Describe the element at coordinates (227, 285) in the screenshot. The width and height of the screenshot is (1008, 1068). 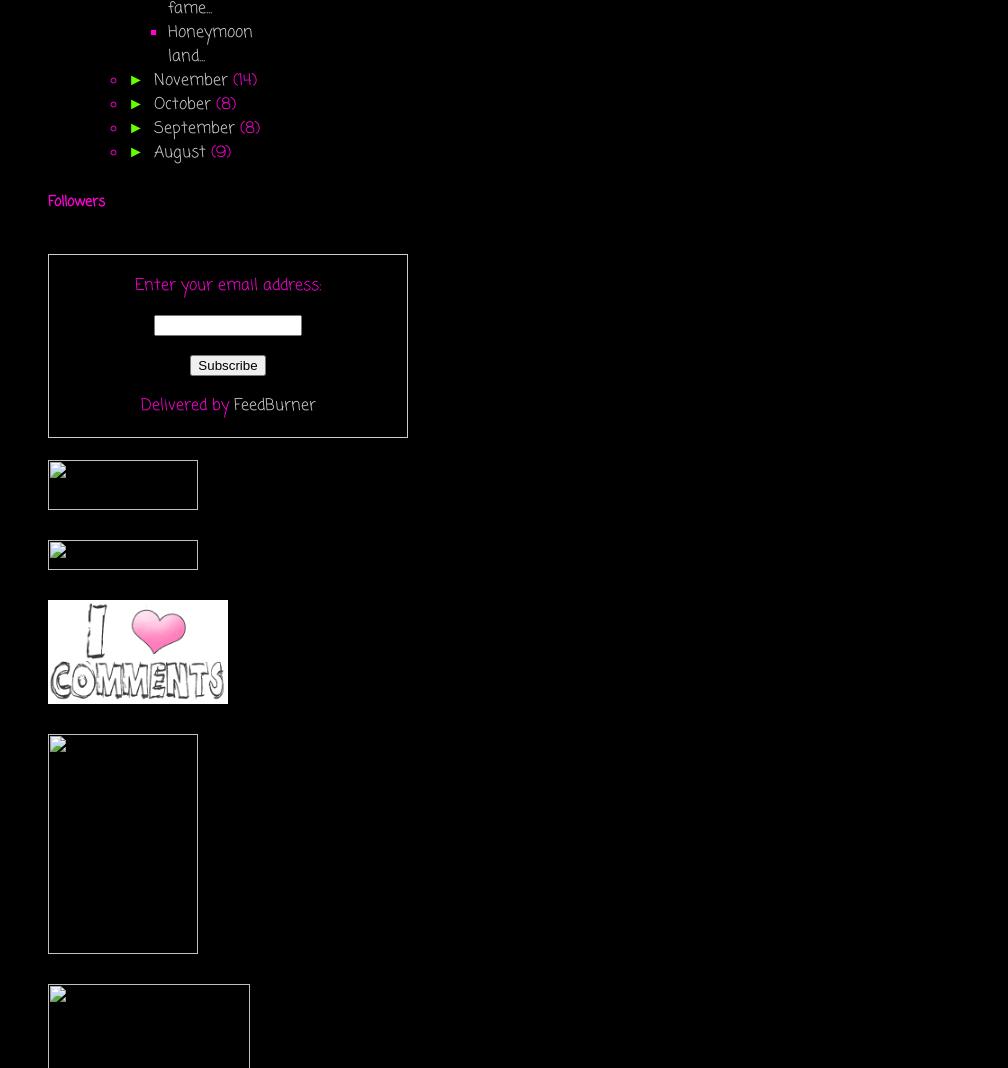
I see `'Enter your email address:'` at that location.